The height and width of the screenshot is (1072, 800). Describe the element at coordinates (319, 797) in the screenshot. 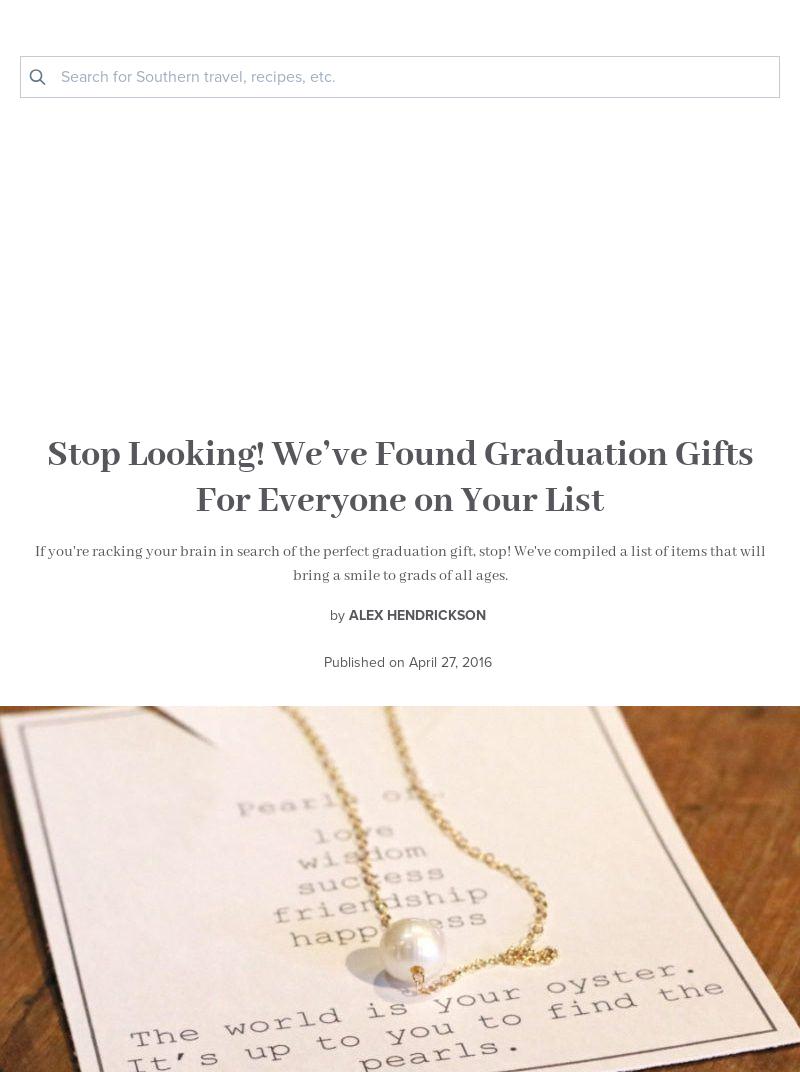

I see `'@styleblueprintnville'` at that location.